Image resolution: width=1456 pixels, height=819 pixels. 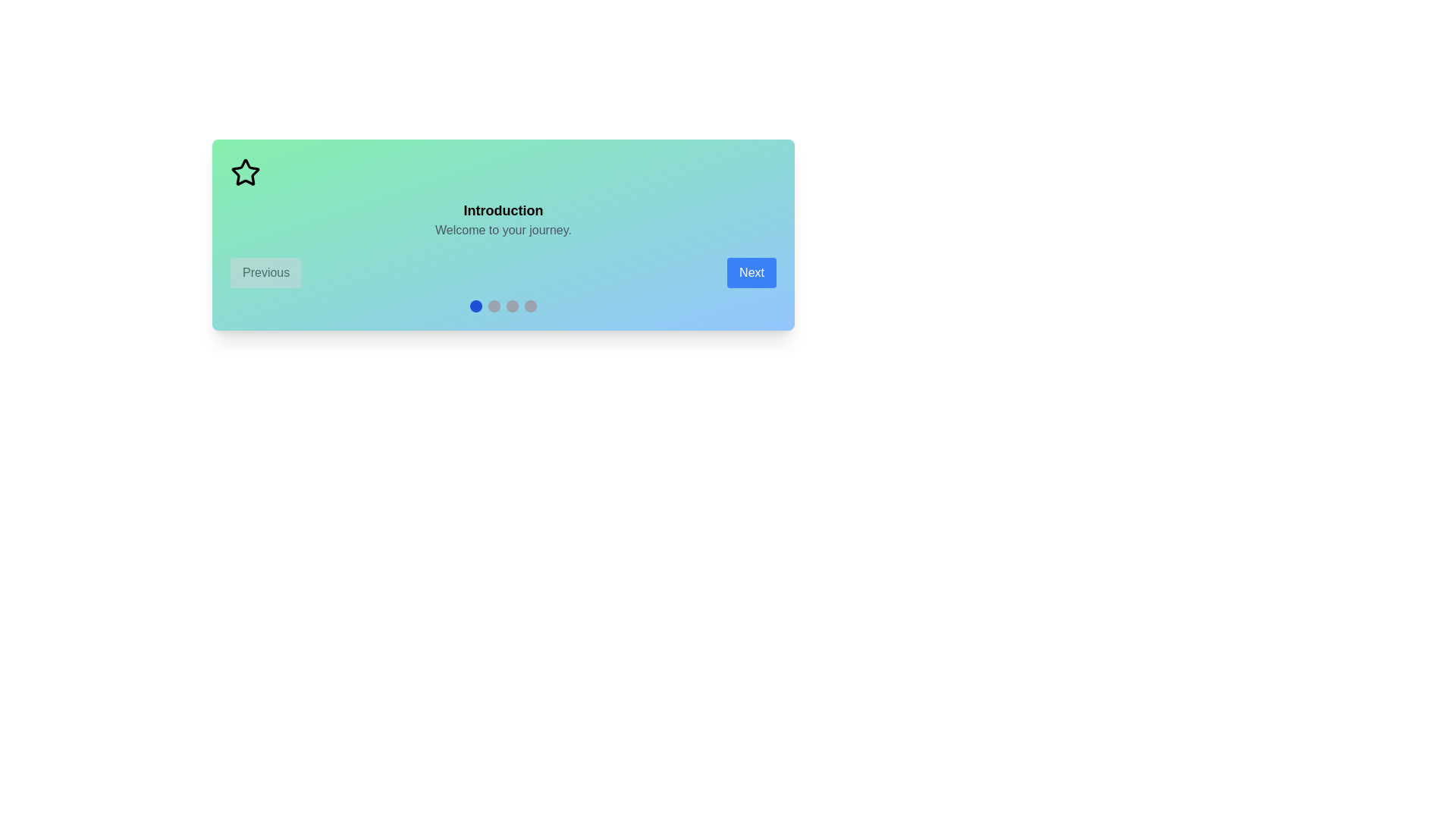 What do you see at coordinates (494, 306) in the screenshot?
I see `the indicator corresponding to the scene number 2` at bounding box center [494, 306].